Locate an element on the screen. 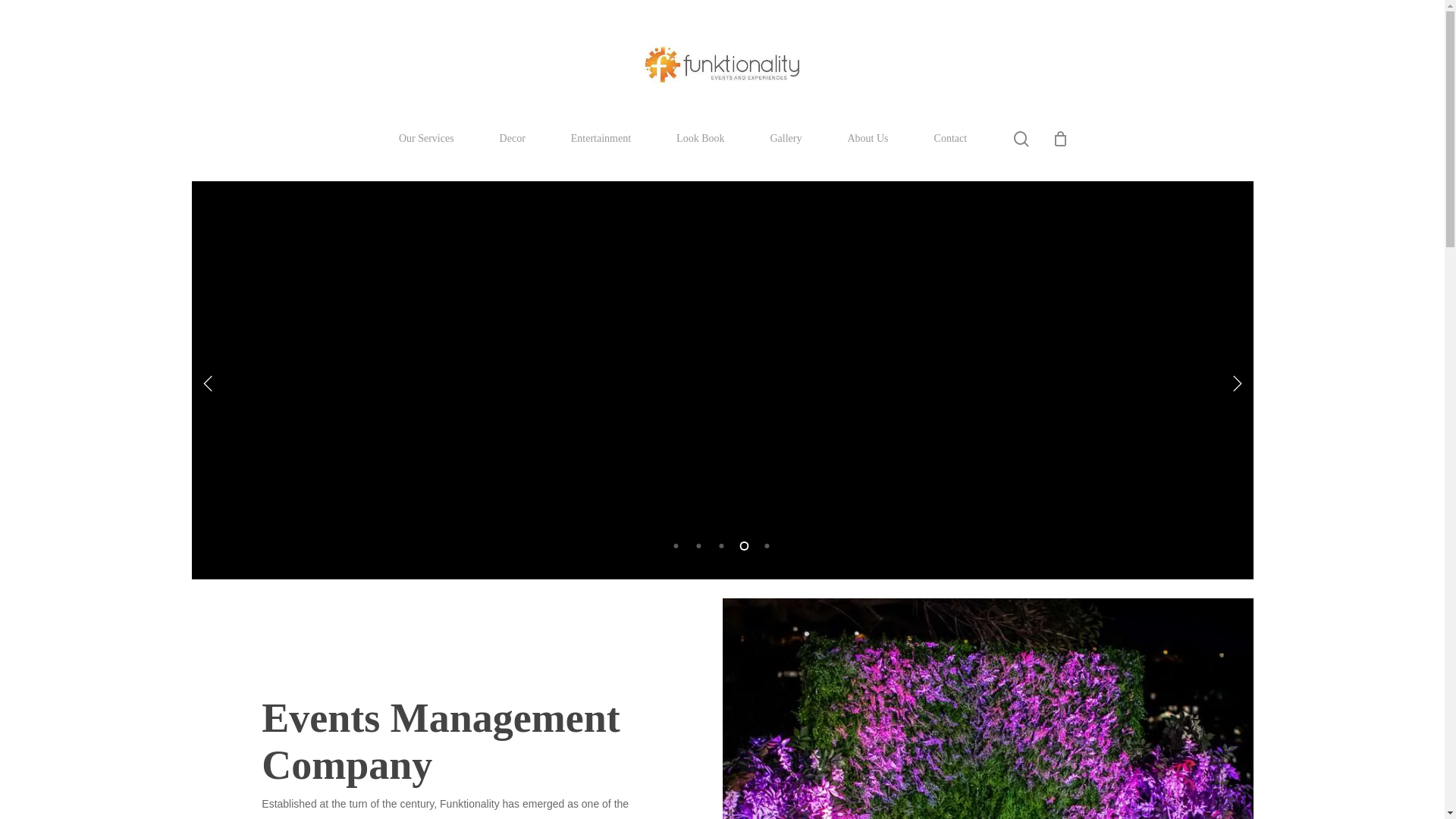 Image resolution: width=1456 pixels, height=819 pixels. 'Entertainment' is located at coordinates (570, 138).